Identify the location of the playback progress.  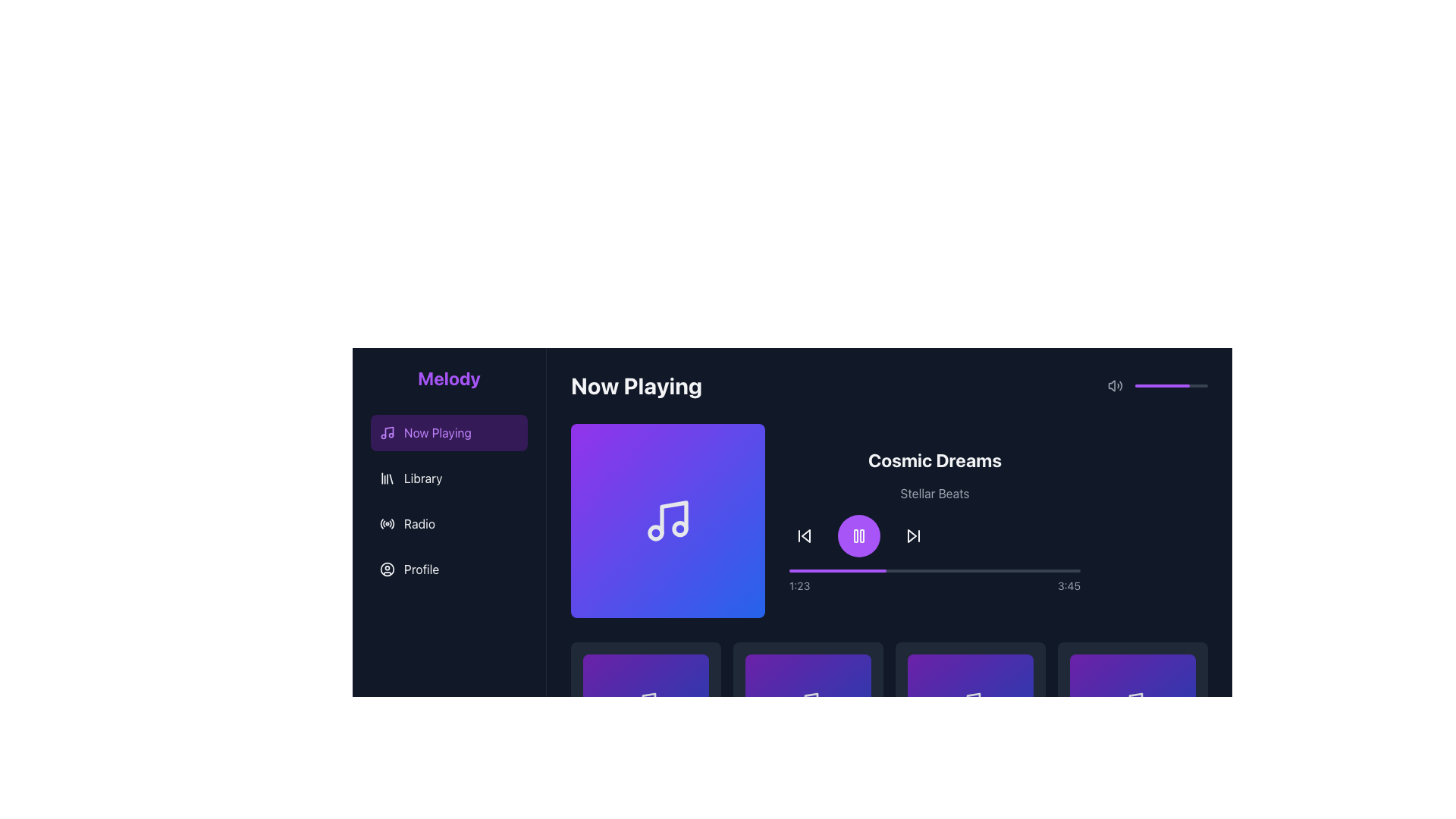
(791, 570).